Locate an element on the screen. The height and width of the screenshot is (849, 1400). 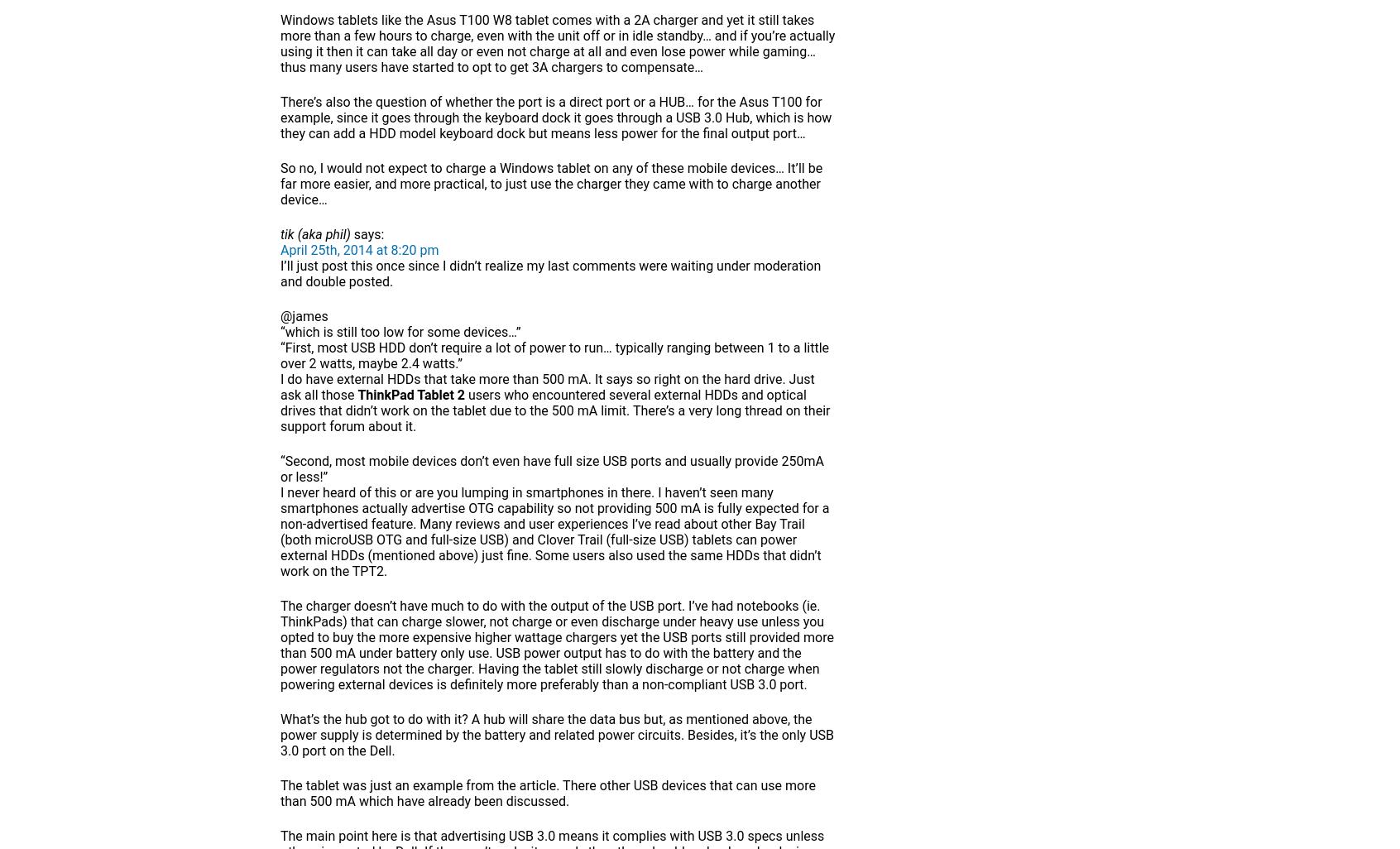
'The charger doesn’t have much to do with the output of the USB port. I’ve had notebooks (ie. ThinkPads) that can charge slower, not charge or even discharge under heavy use unless you opted to buy the more expensive higher wattage chargers yet the USB ports still provided more than 500 mA under battery only use. USB power output has to do with the battery and the power regulators not the charger. Having the tablet still slowly discharge or not charge when powering external devices is definitely more preferably than a non-compliant USB 3.0 port.' is located at coordinates (557, 644).